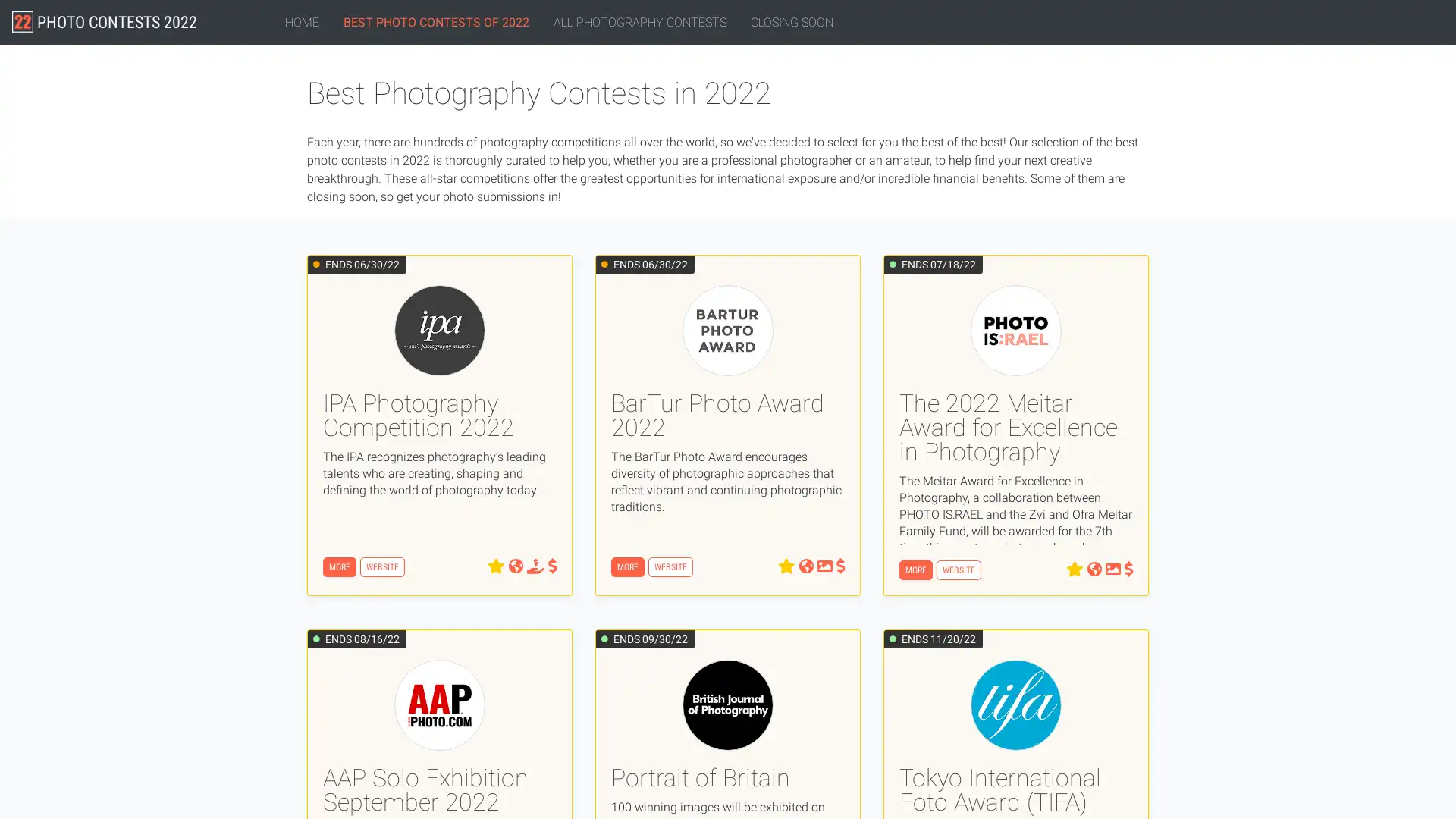  Describe the element at coordinates (958, 570) in the screenshot. I see `WEBSITE` at that location.